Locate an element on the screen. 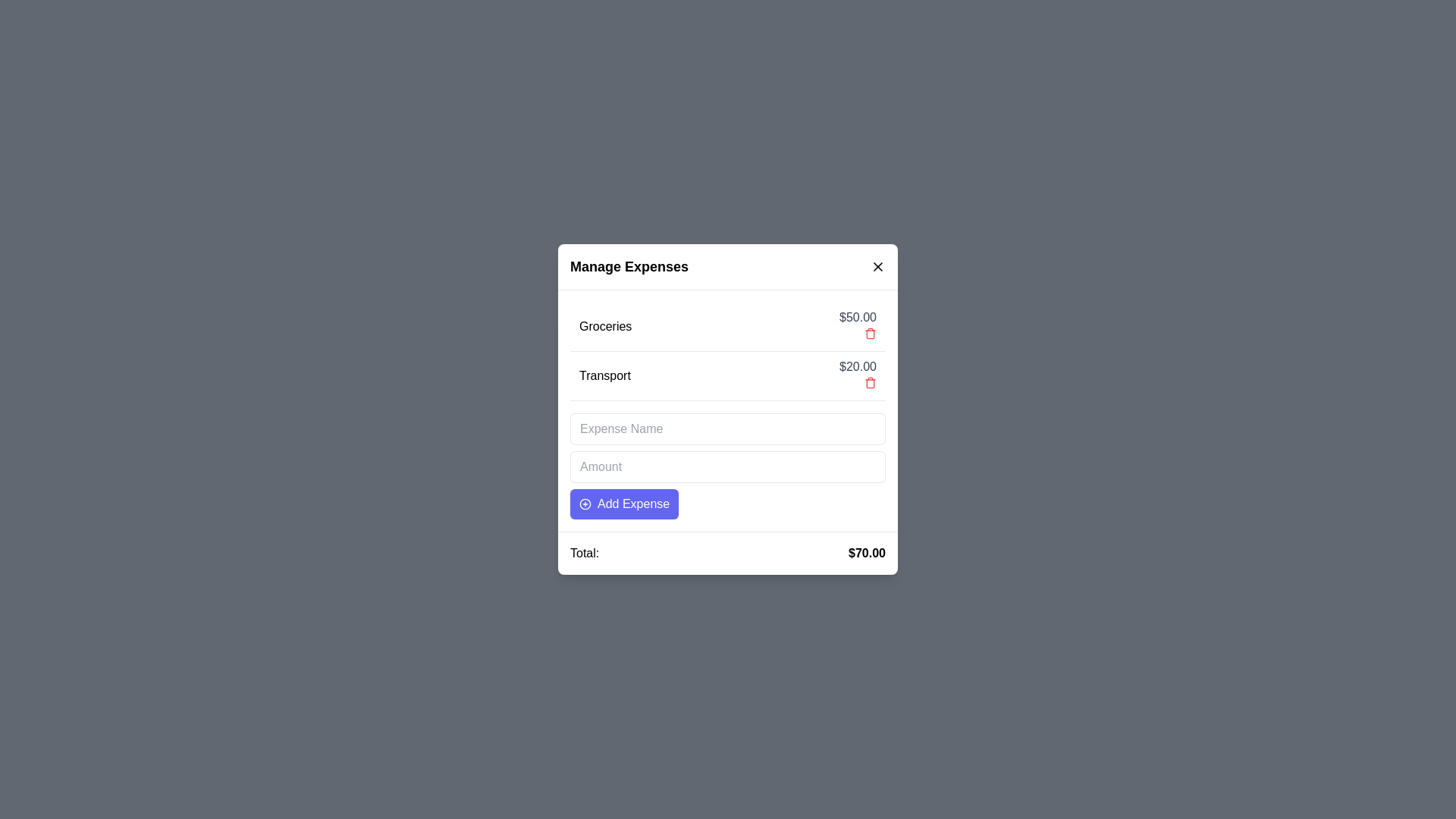 This screenshot has width=1456, height=819. the List item row displaying 'Groceries' with the amount '$50.00' and a red trashcan icon for deletion is located at coordinates (728, 326).